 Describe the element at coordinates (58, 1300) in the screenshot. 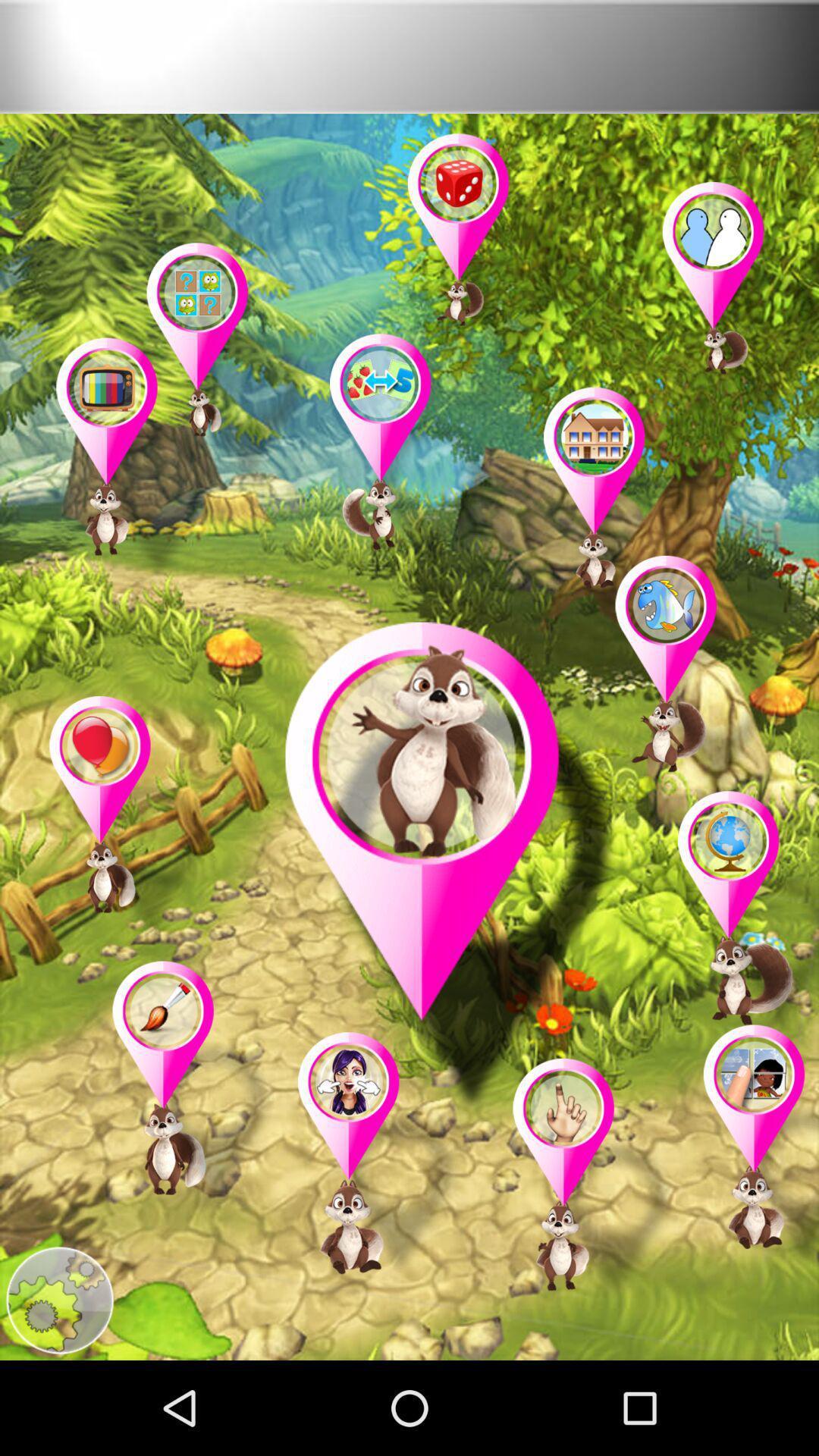

I see `search` at that location.